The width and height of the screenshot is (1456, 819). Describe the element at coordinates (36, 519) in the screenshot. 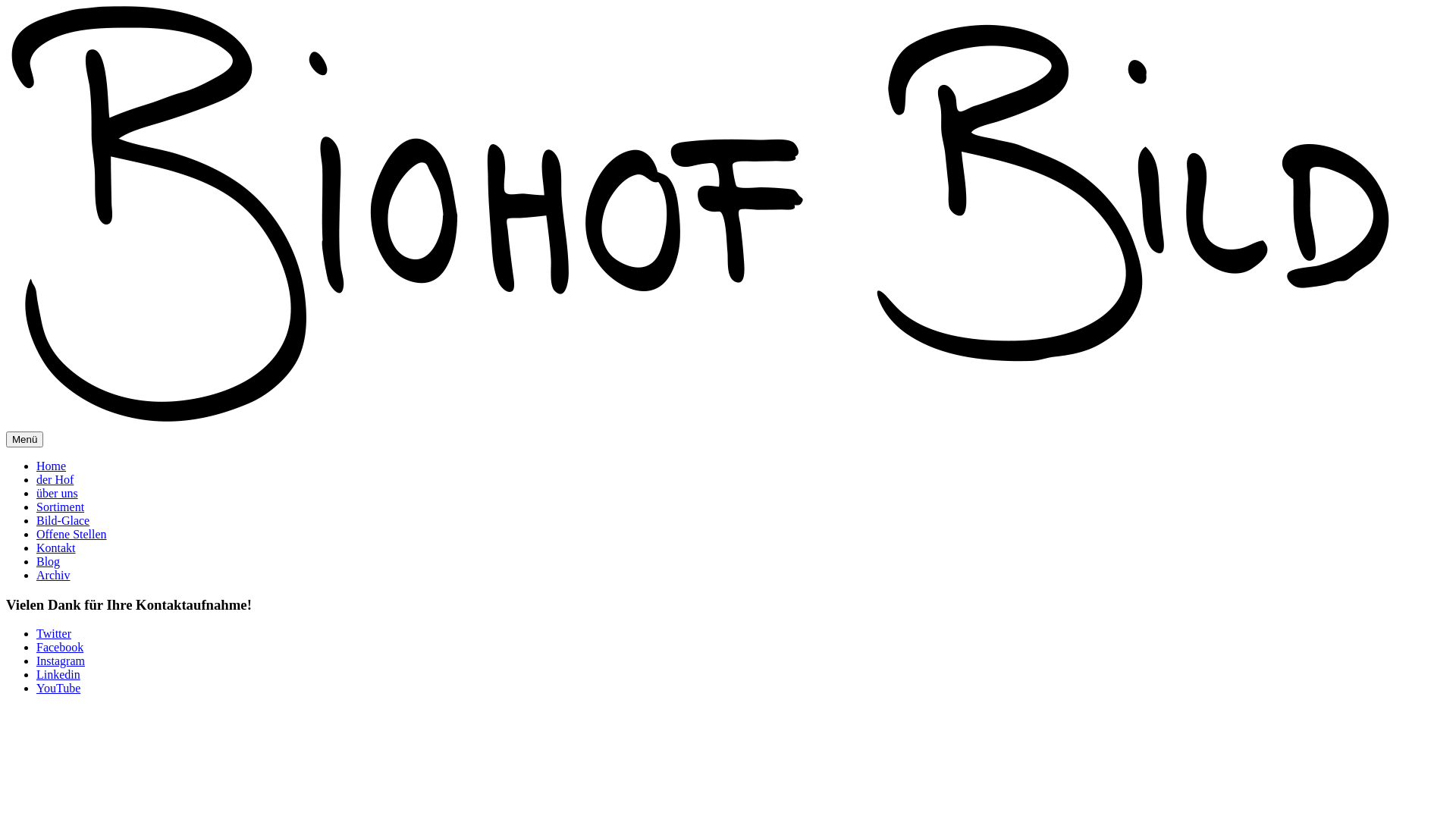

I see `'Bild-Glace'` at that location.